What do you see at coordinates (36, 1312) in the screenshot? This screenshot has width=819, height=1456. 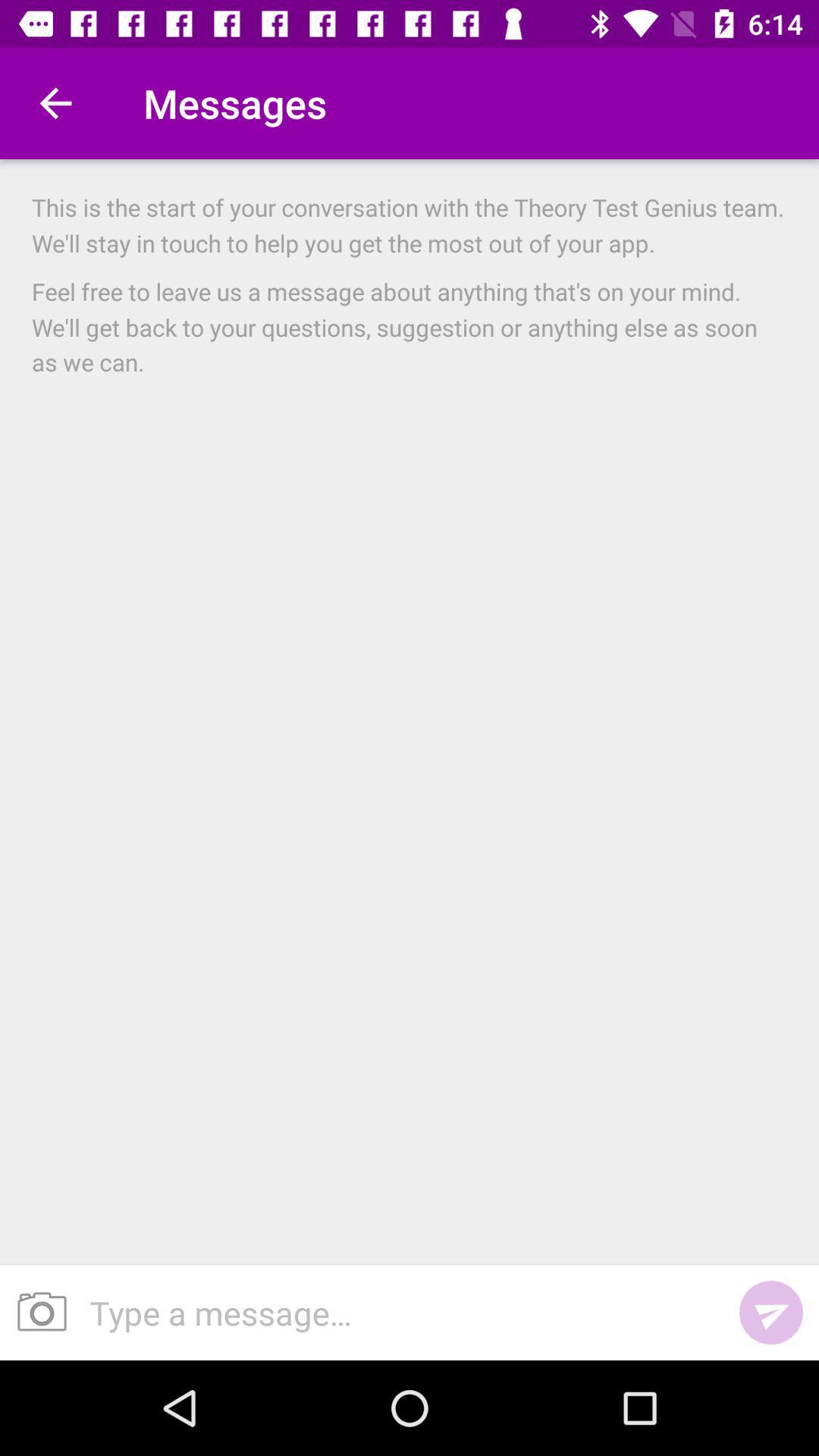 I see `the item below the feel free to icon` at bounding box center [36, 1312].